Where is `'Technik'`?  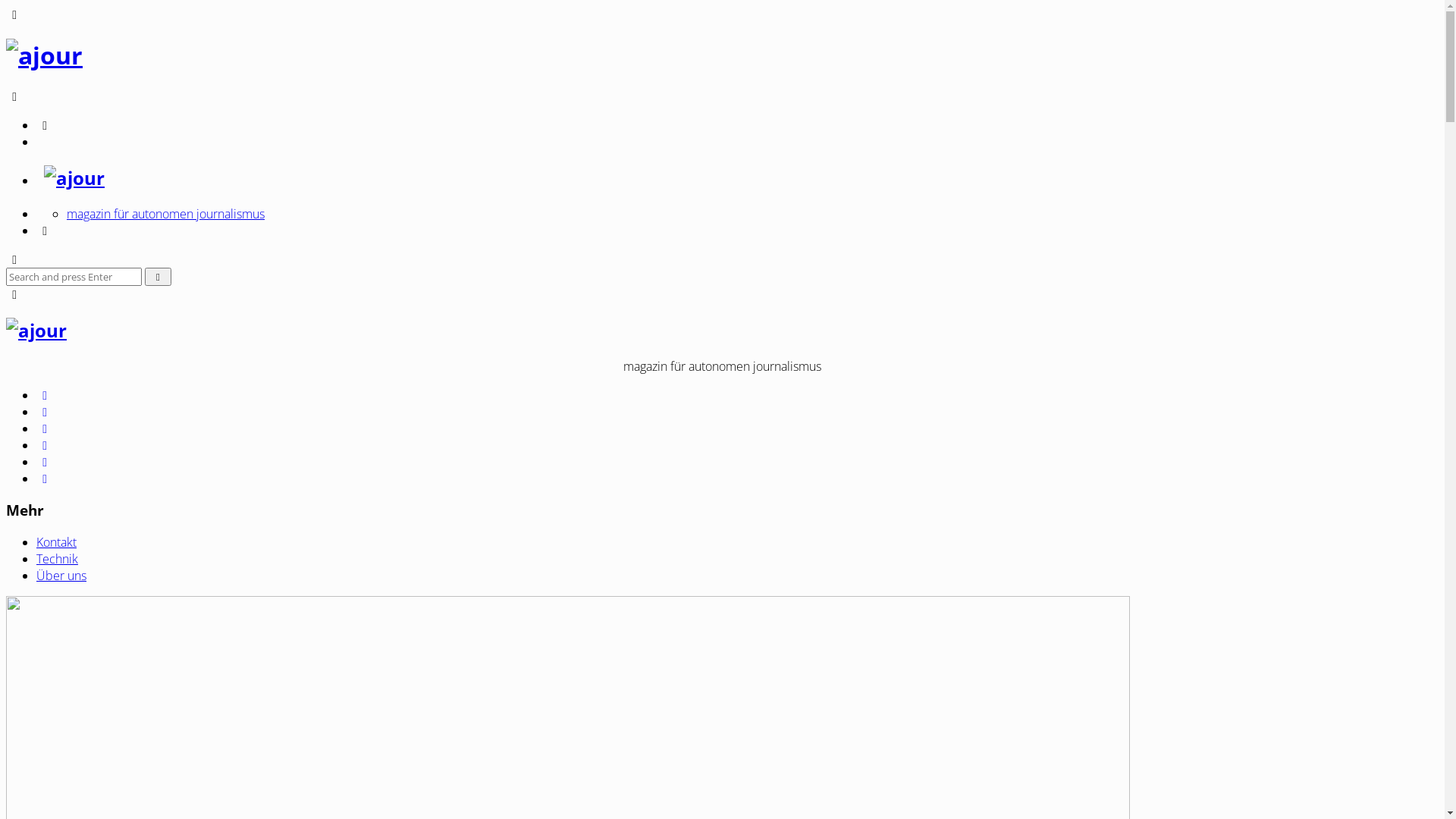 'Technik' is located at coordinates (57, 558).